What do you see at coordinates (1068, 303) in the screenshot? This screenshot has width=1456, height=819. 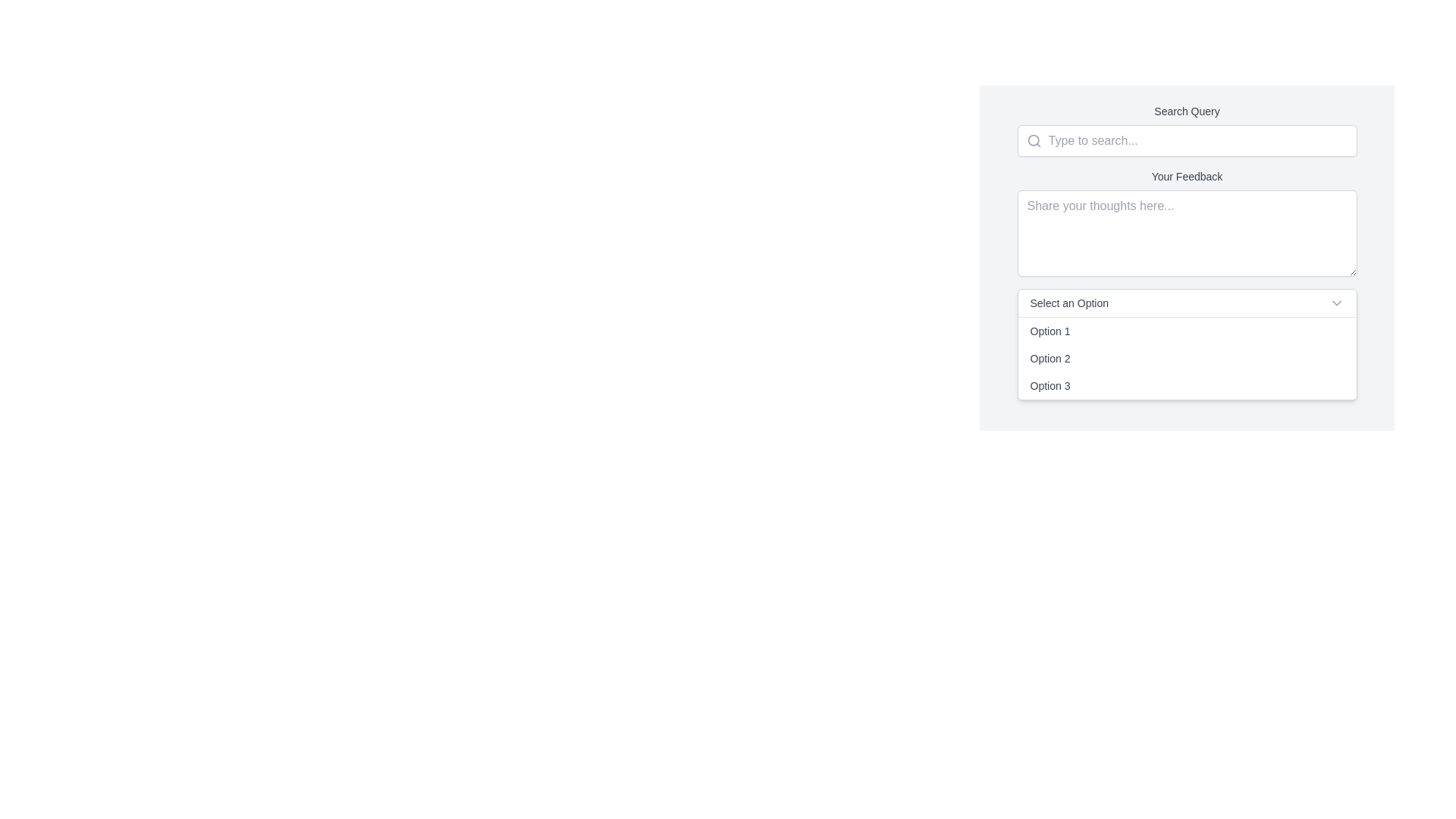 I see `the static text label that serves as a placeholder for the dropdown menu, located at the bottom right of the form interface` at bounding box center [1068, 303].